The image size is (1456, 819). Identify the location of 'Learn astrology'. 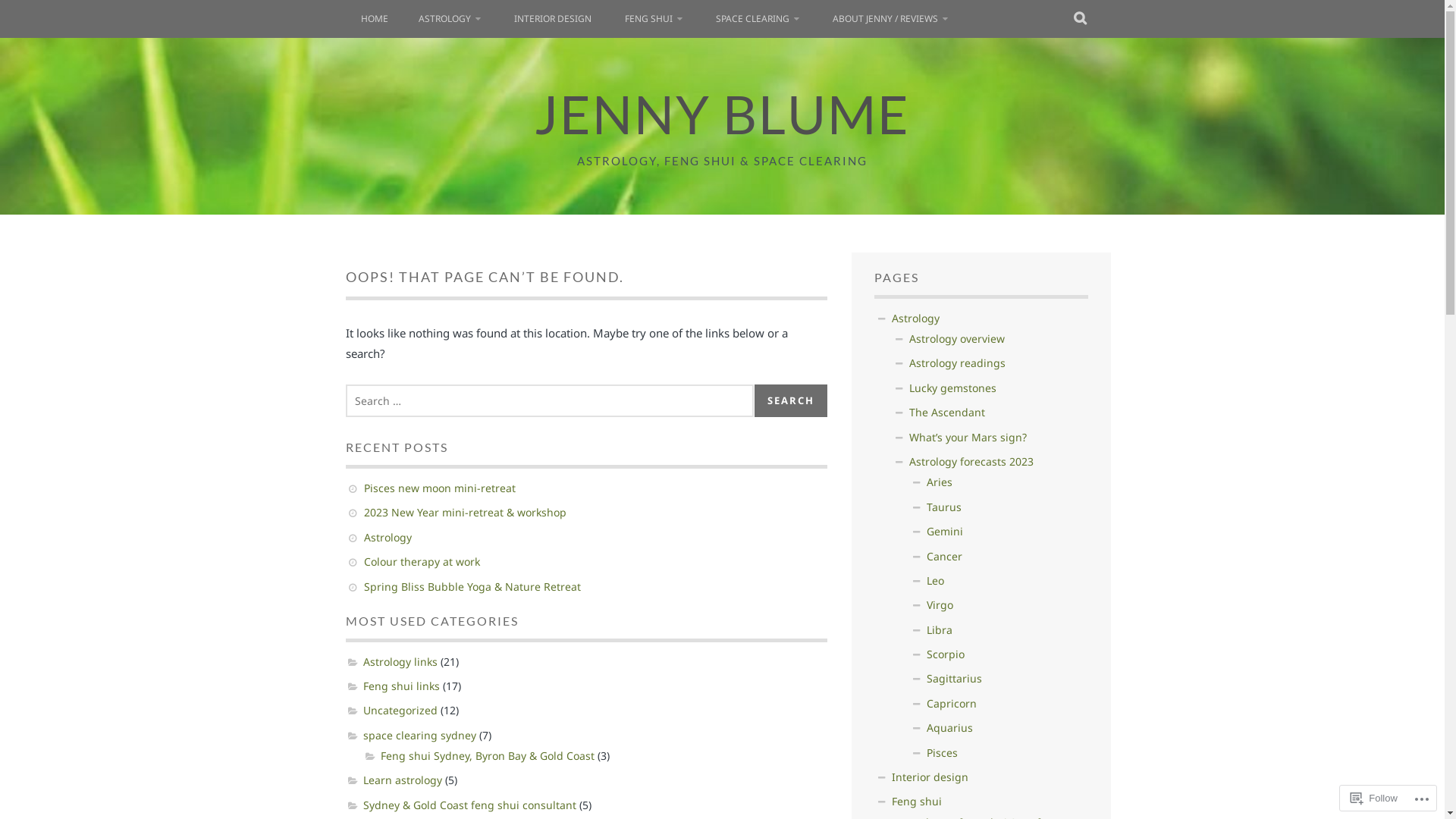
(401, 780).